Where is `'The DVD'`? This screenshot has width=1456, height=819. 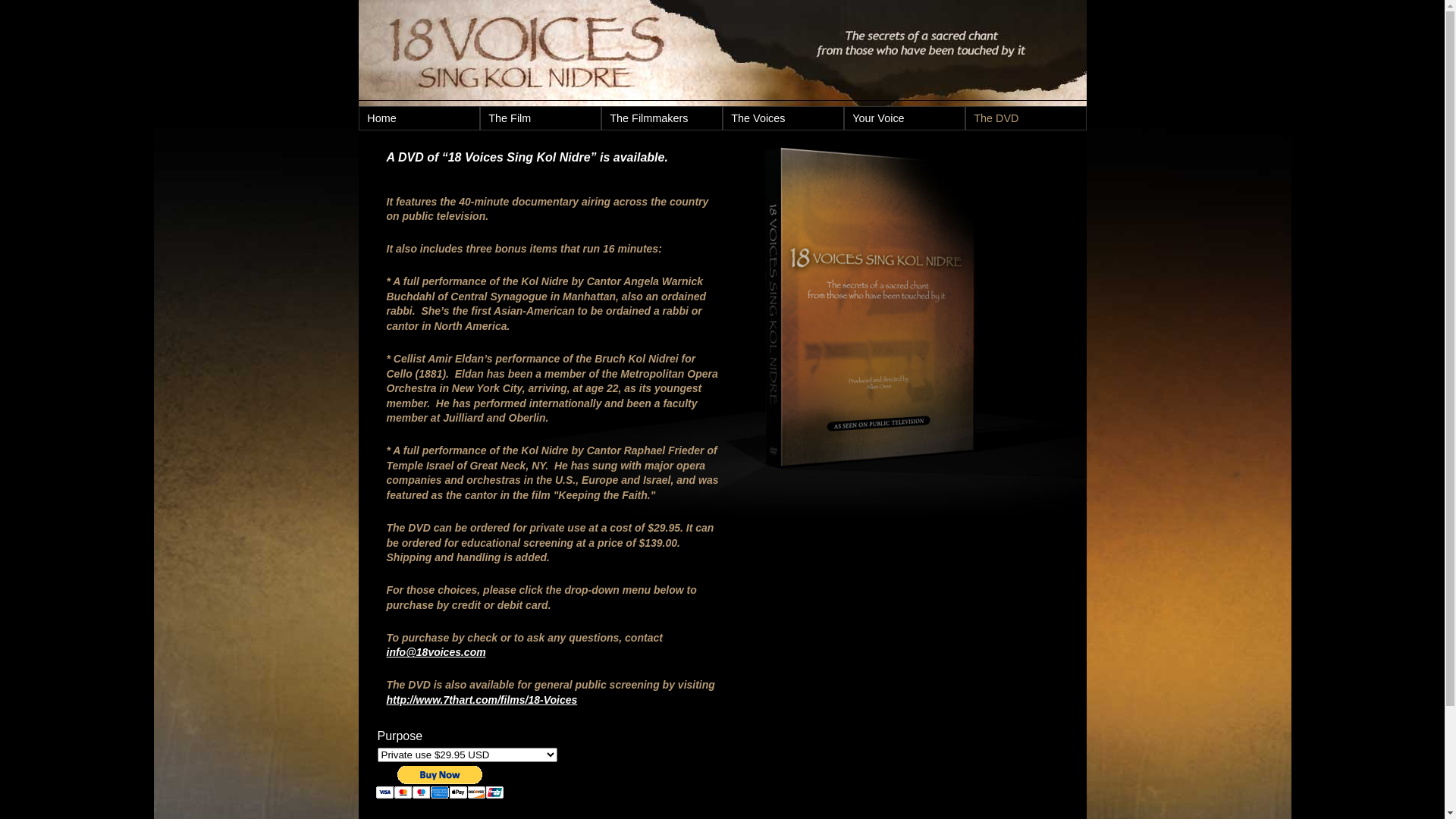 'The DVD' is located at coordinates (1026, 117).